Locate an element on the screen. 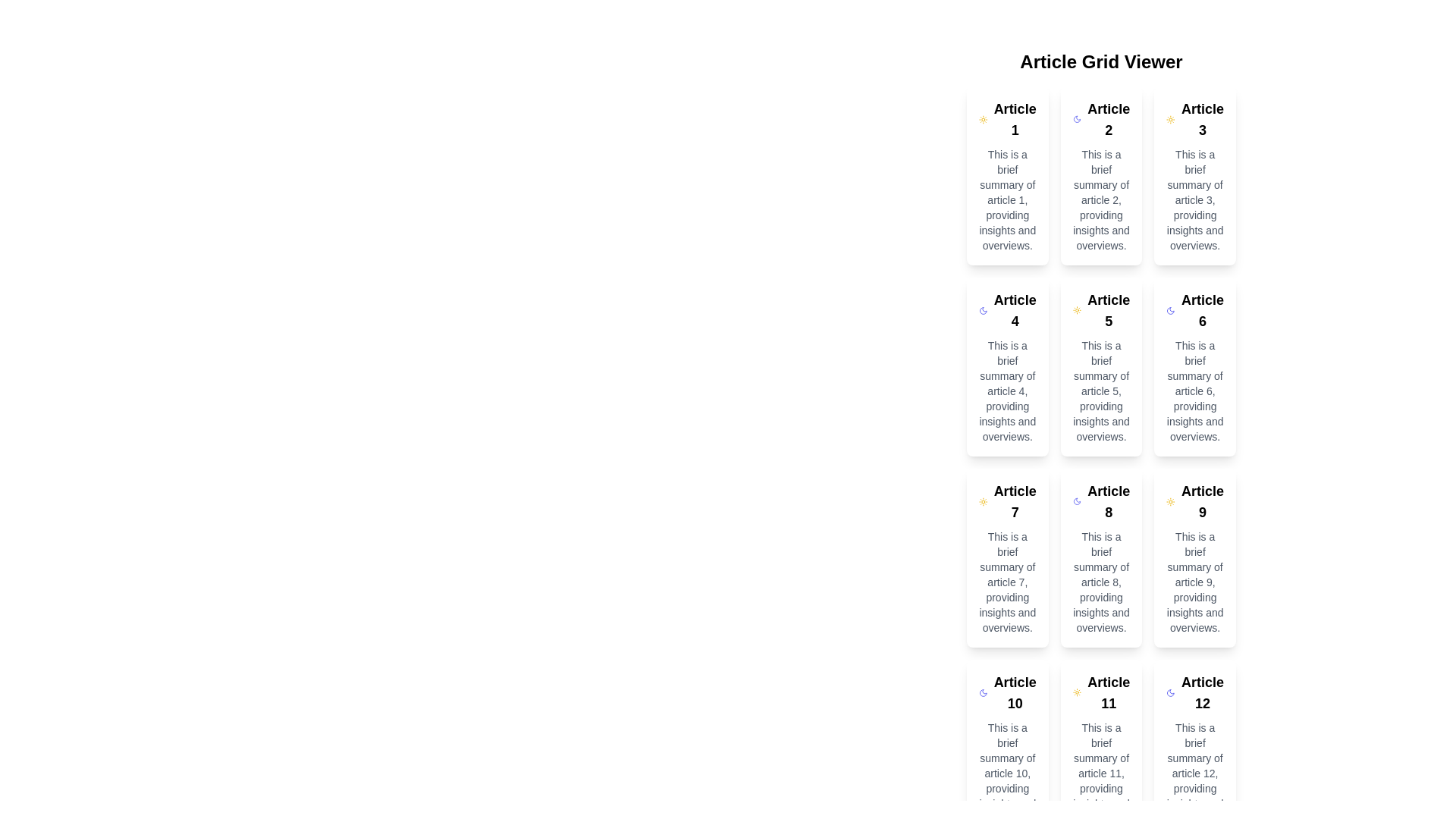 This screenshot has width=1456, height=819. the title text of the seventh article in the Article Grid Viewer is located at coordinates (1015, 502).